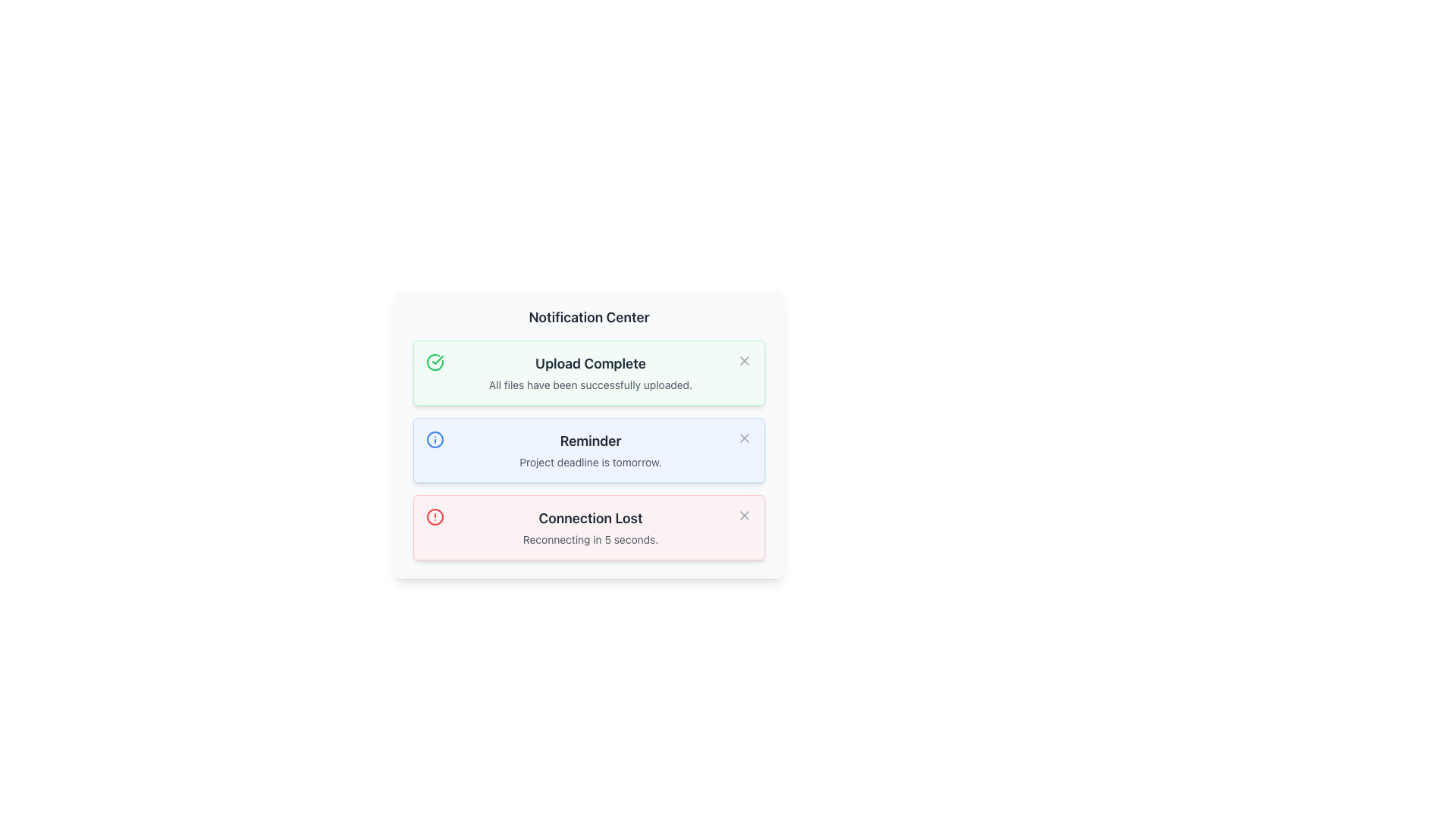 The image size is (1456, 819). Describe the element at coordinates (589, 526) in the screenshot. I see `the third notification box that informs the user of a temporary loss of connection and presents an auto-reconnection countdown` at that location.